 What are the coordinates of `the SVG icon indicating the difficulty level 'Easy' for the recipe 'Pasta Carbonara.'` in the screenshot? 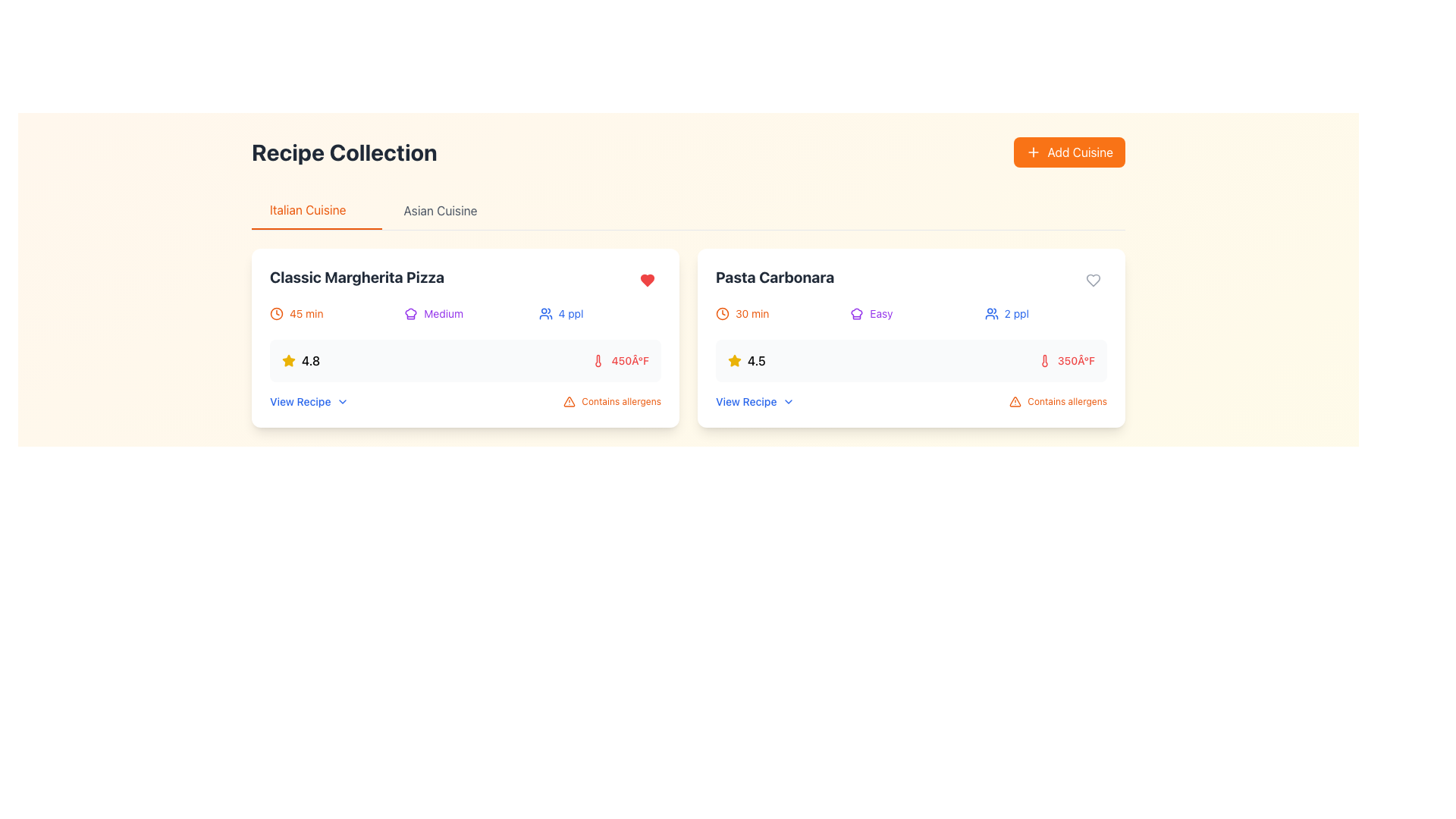 It's located at (857, 312).